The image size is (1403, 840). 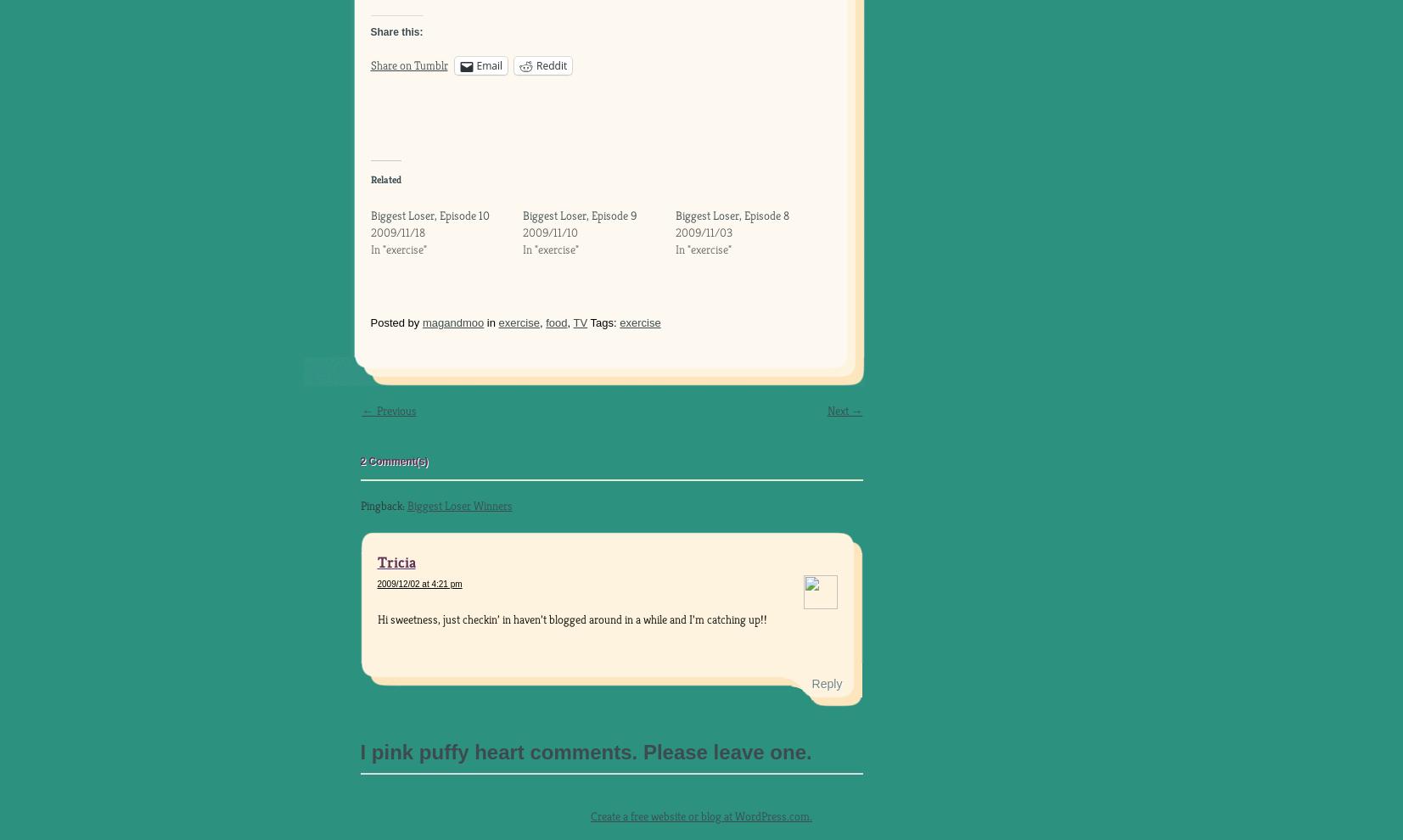 I want to click on 'Next →', so click(x=844, y=410).